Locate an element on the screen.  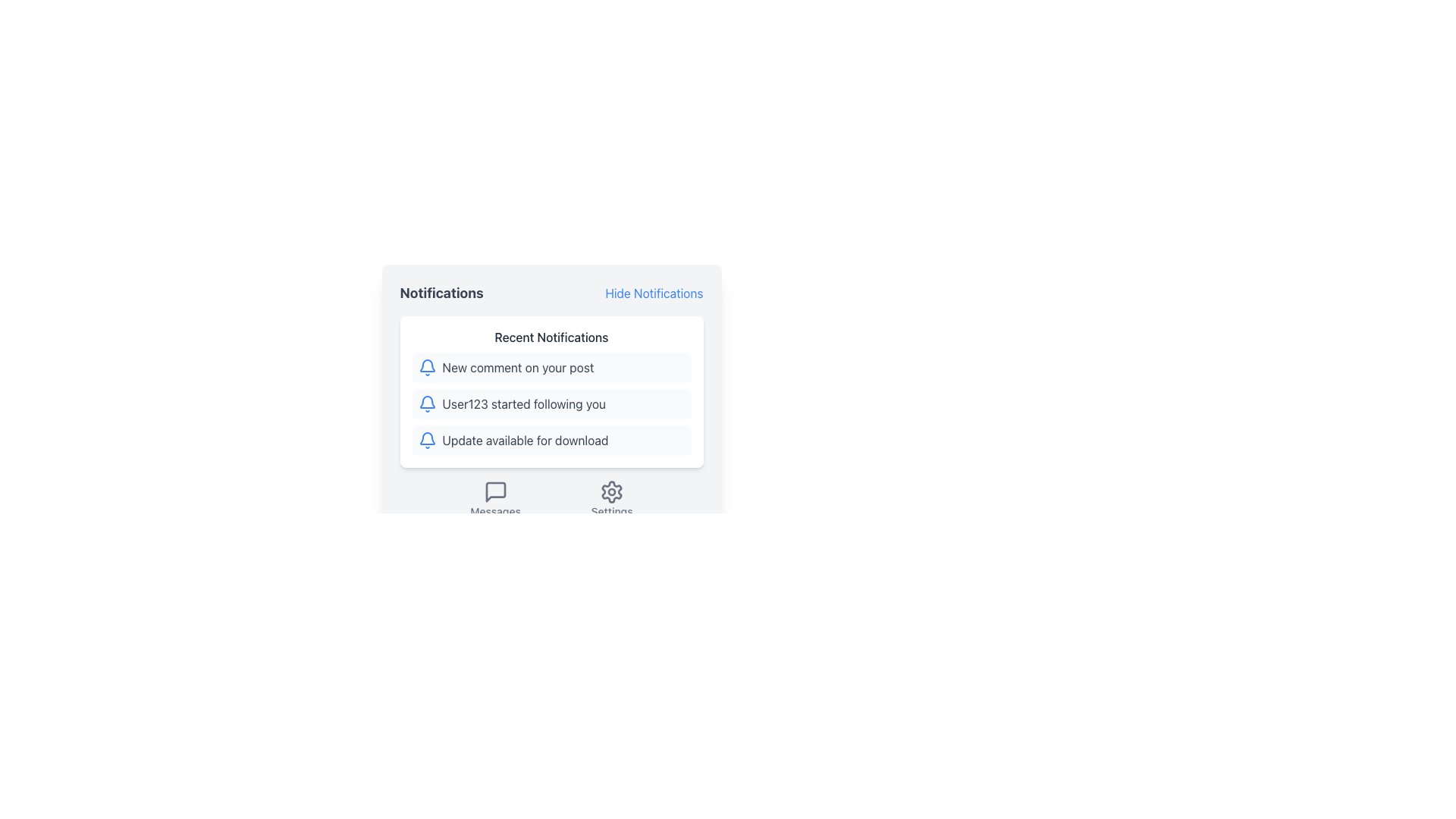
the speech bubble icon located at the bottom left of the notifications panel is located at coordinates (495, 491).